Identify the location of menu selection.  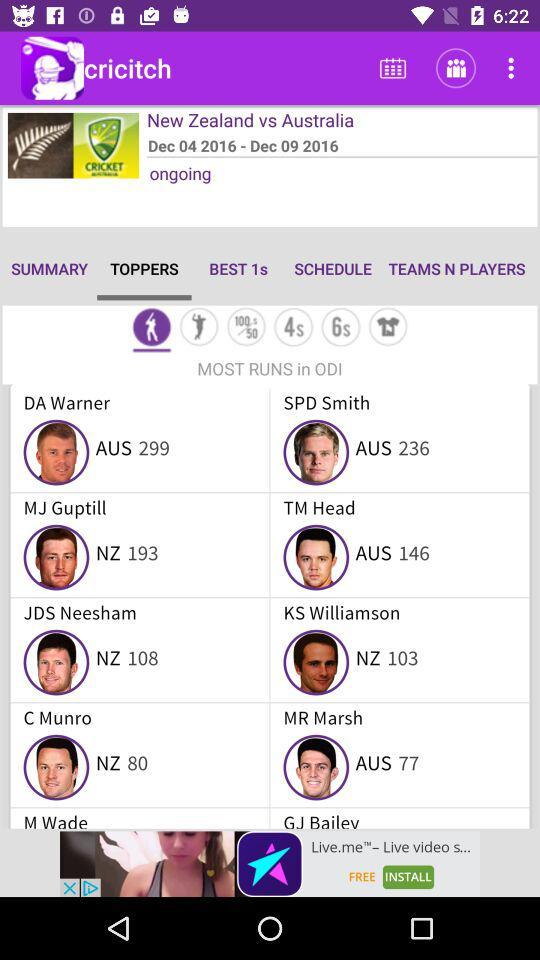
(199, 329).